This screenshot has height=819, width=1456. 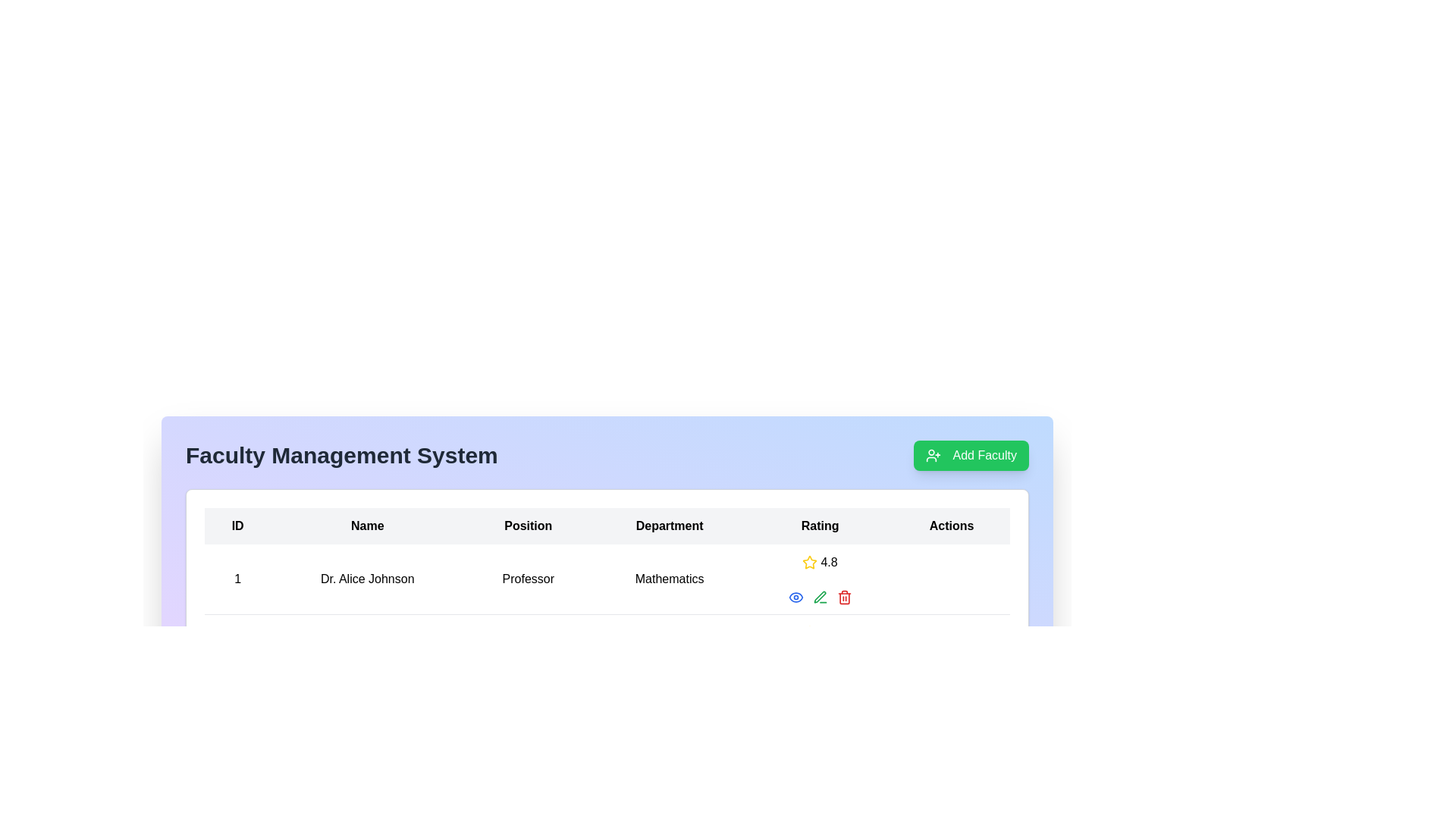 I want to click on the 'Rating' text label, which is the fifth column header in the table's header row, positioned prominently with padding and aligned within the structured interface, so click(x=819, y=526).